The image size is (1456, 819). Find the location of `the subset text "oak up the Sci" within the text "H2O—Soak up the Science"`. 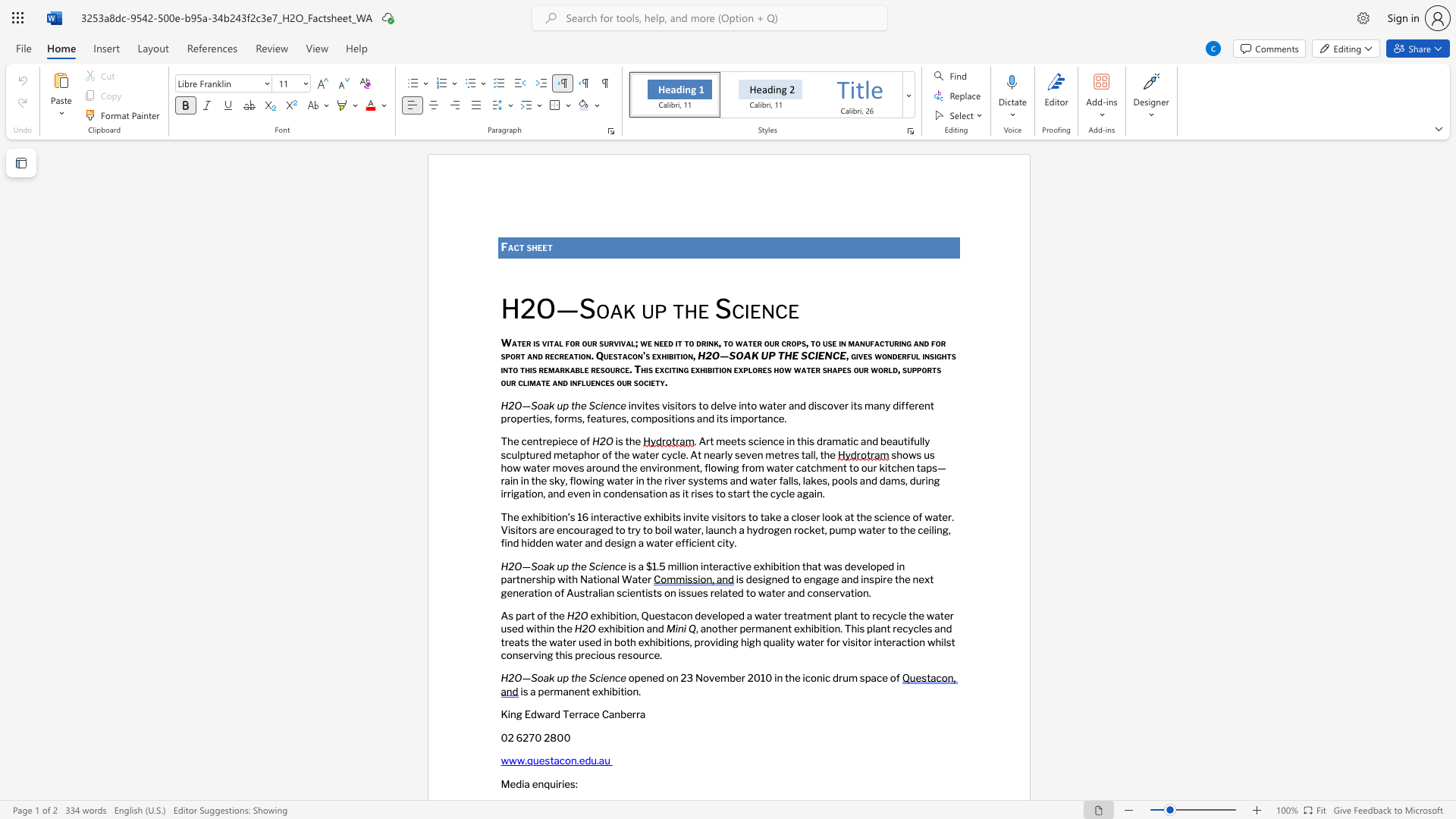

the subset text "oak up the Sci" within the text "H2O—Soak up the Science" is located at coordinates (537, 677).